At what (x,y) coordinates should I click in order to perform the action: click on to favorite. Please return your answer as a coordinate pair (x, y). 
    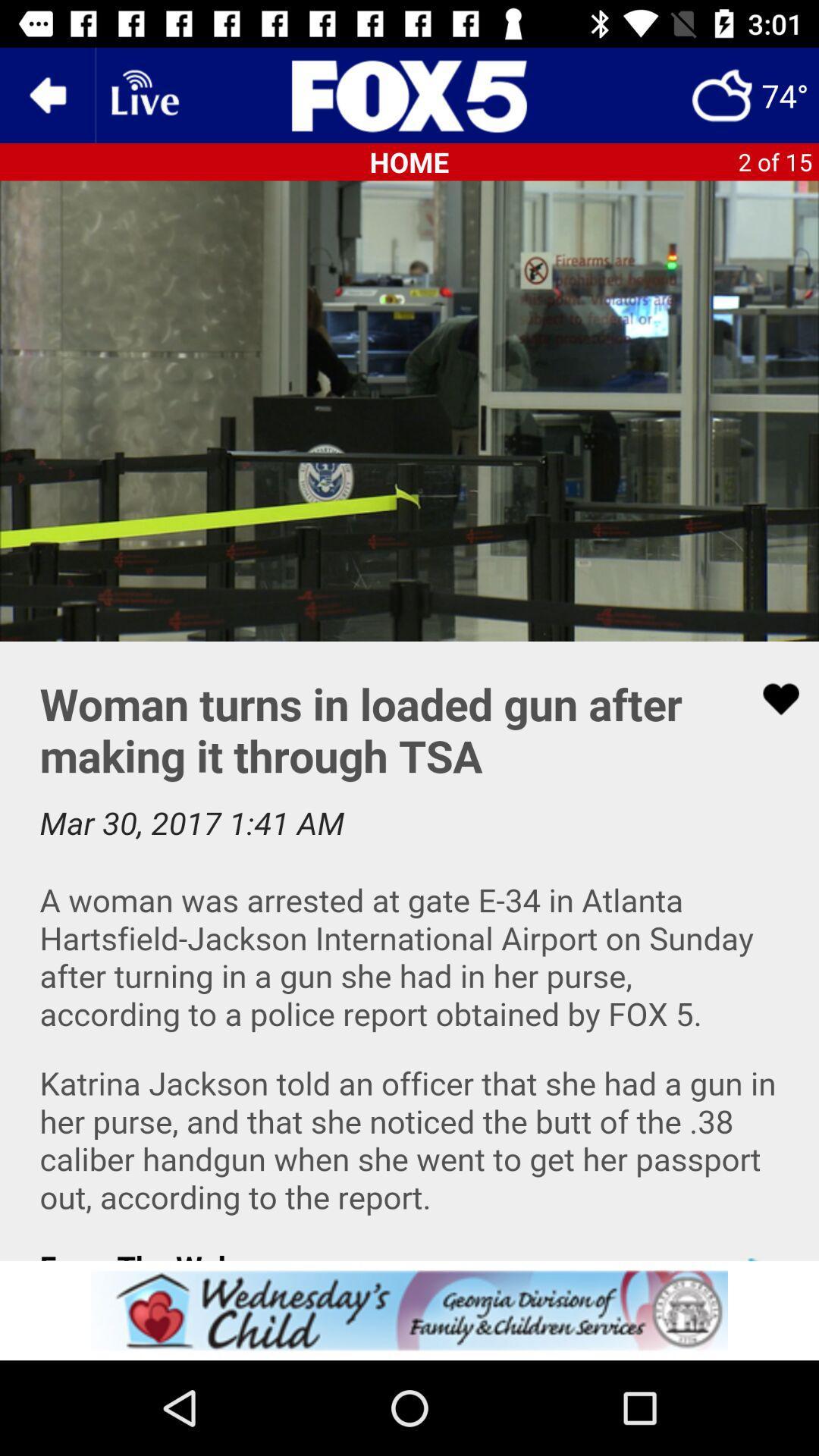
    Looking at the image, I should click on (771, 698).